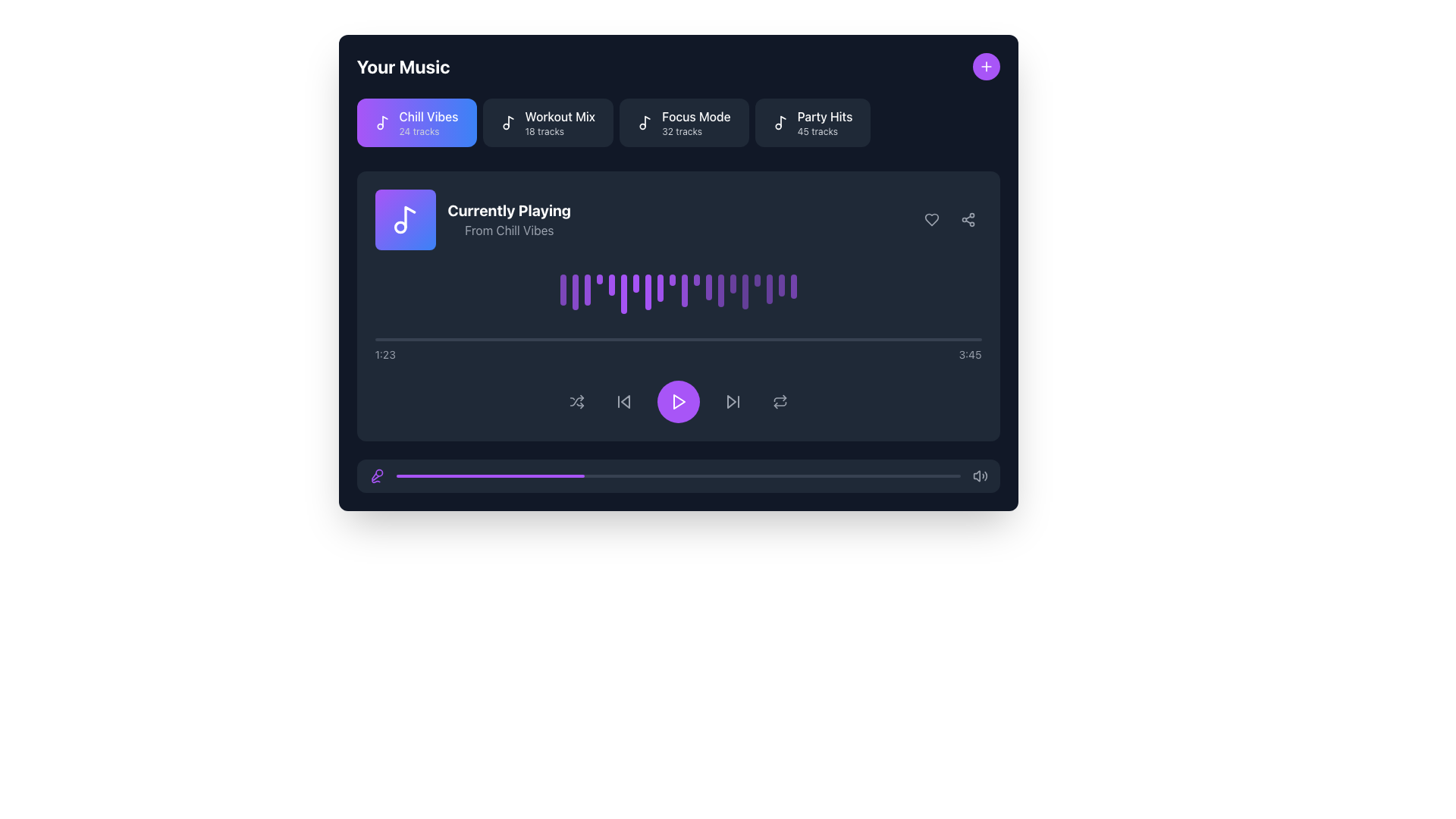 The height and width of the screenshot is (819, 1456). Describe the element at coordinates (671, 280) in the screenshot. I see `the 10th vertical purple bar in the audio waveform visualization, which is one of the smallest bars in a series of 20, located centrally below the 'Currently Playing' section` at that location.